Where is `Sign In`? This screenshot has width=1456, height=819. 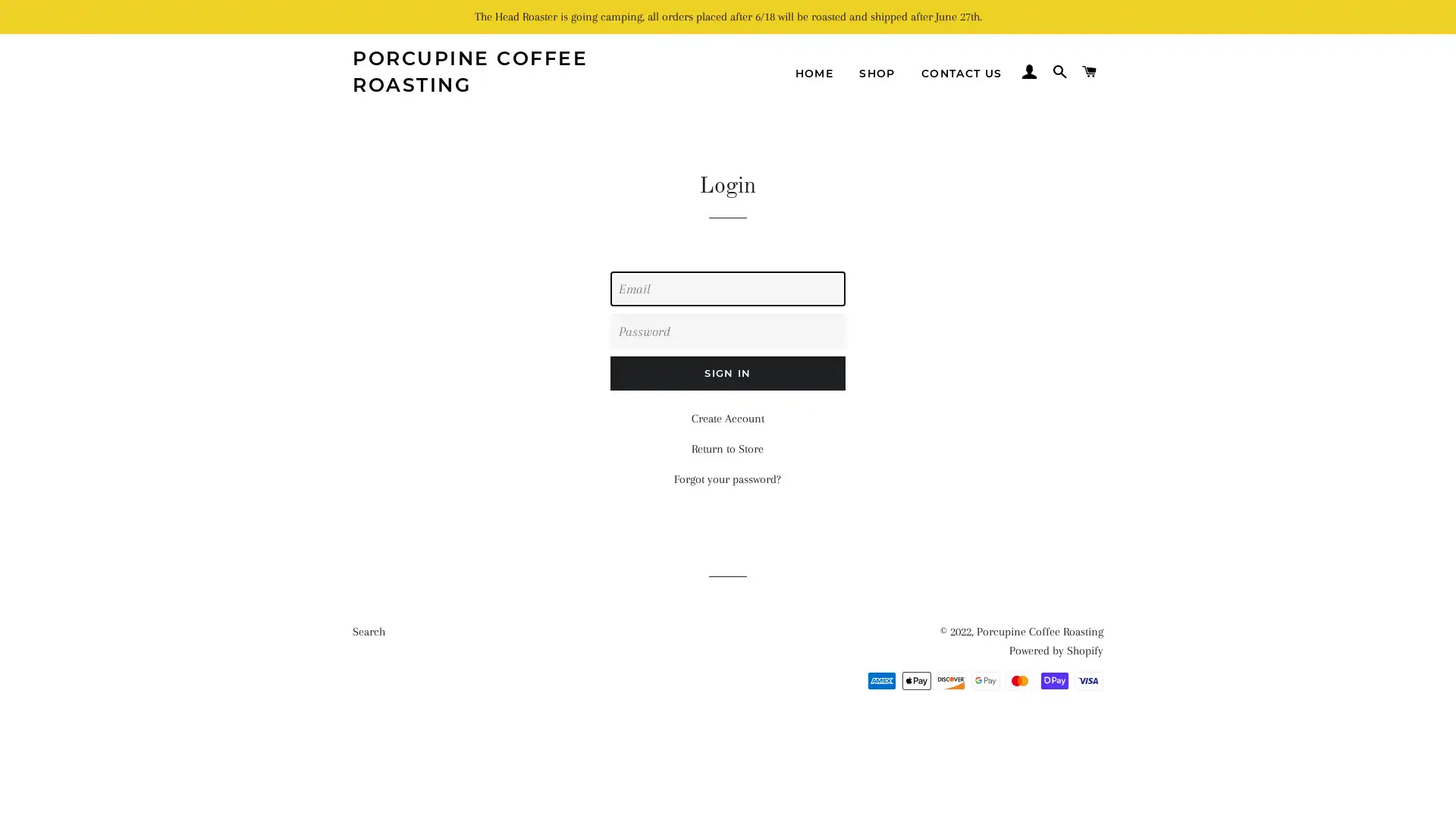 Sign In is located at coordinates (726, 373).